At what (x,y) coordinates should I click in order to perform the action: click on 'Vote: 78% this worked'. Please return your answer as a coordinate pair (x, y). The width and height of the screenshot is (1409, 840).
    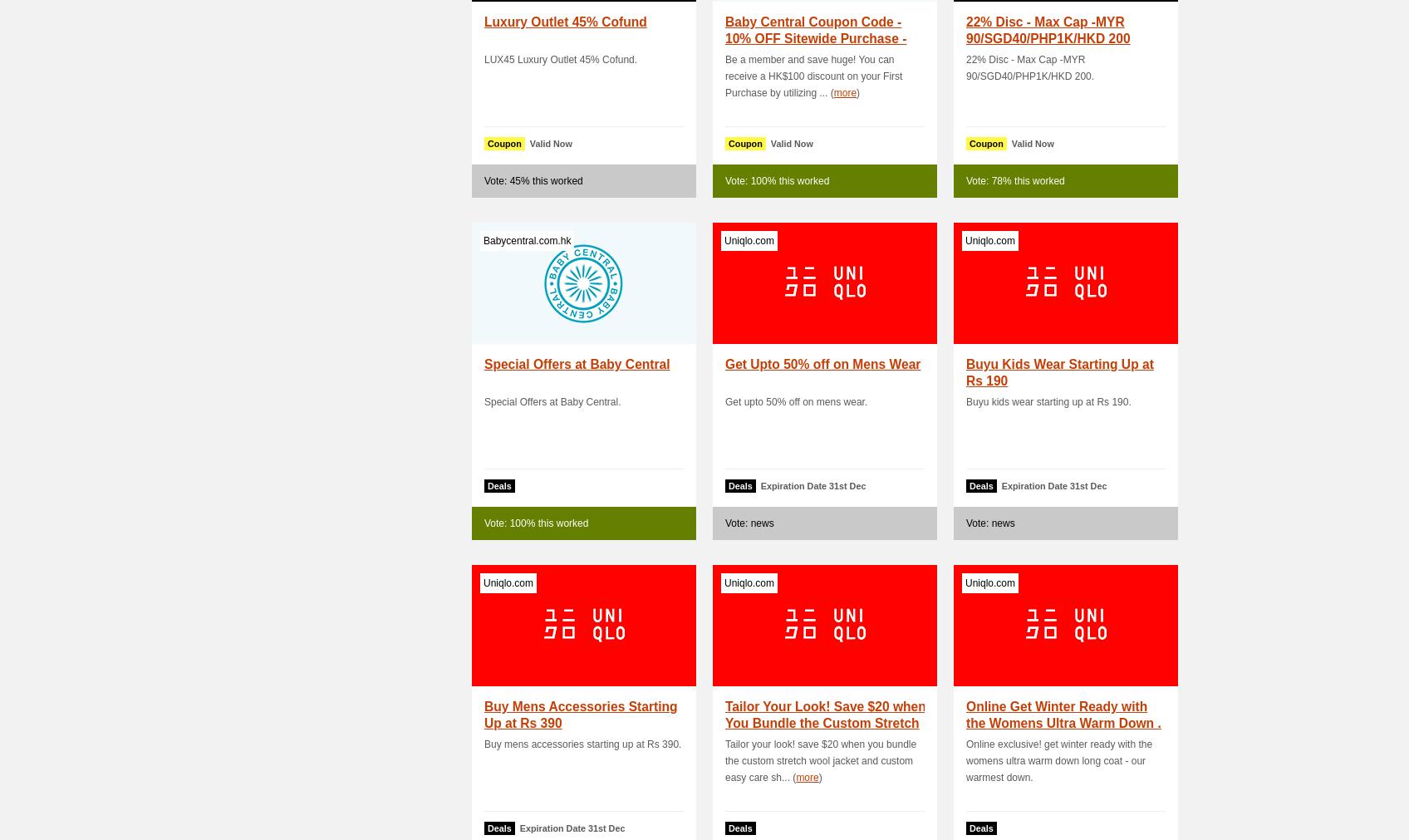
    Looking at the image, I should click on (1014, 180).